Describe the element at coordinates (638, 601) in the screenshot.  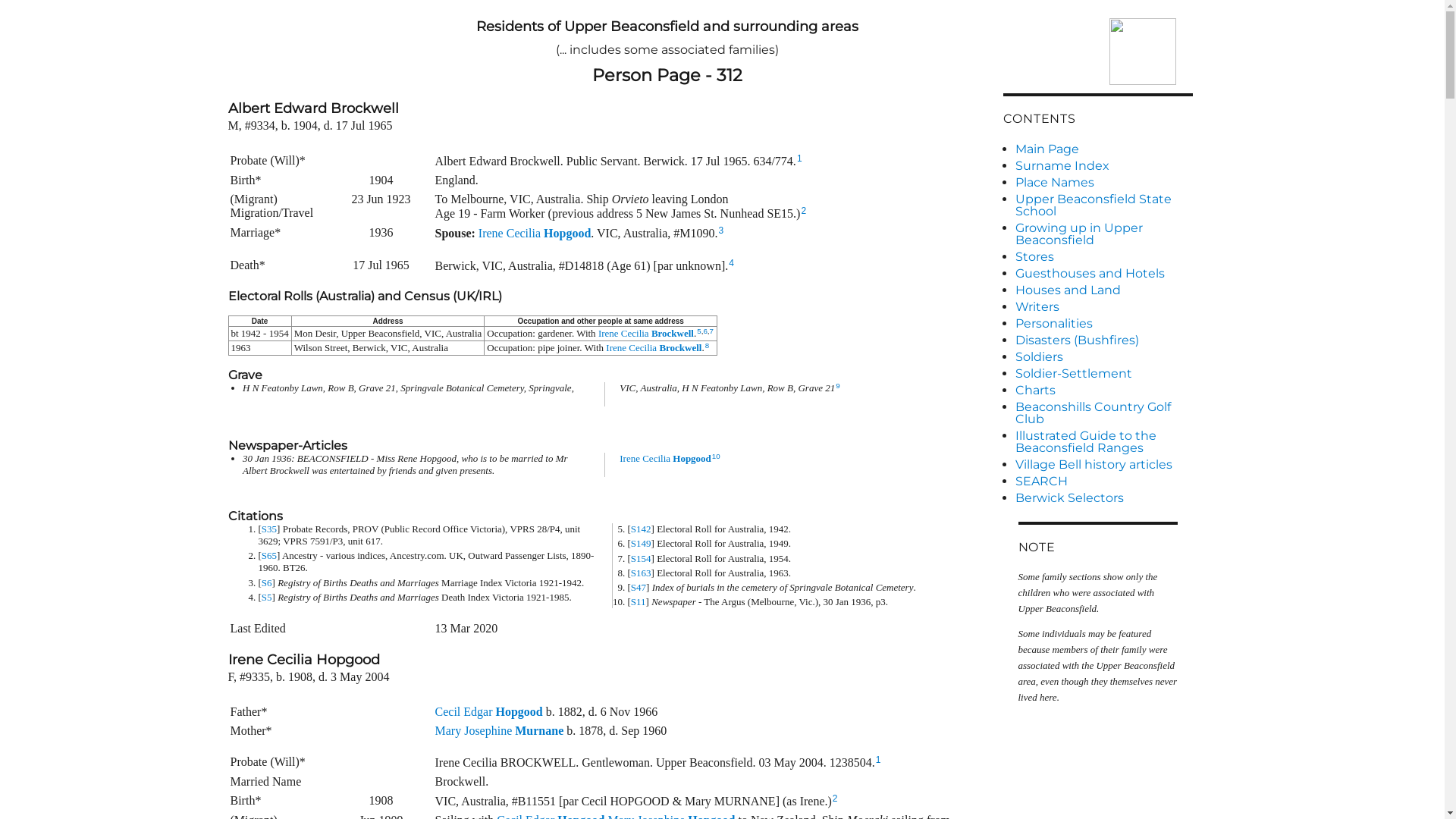
I see `'S11'` at that location.